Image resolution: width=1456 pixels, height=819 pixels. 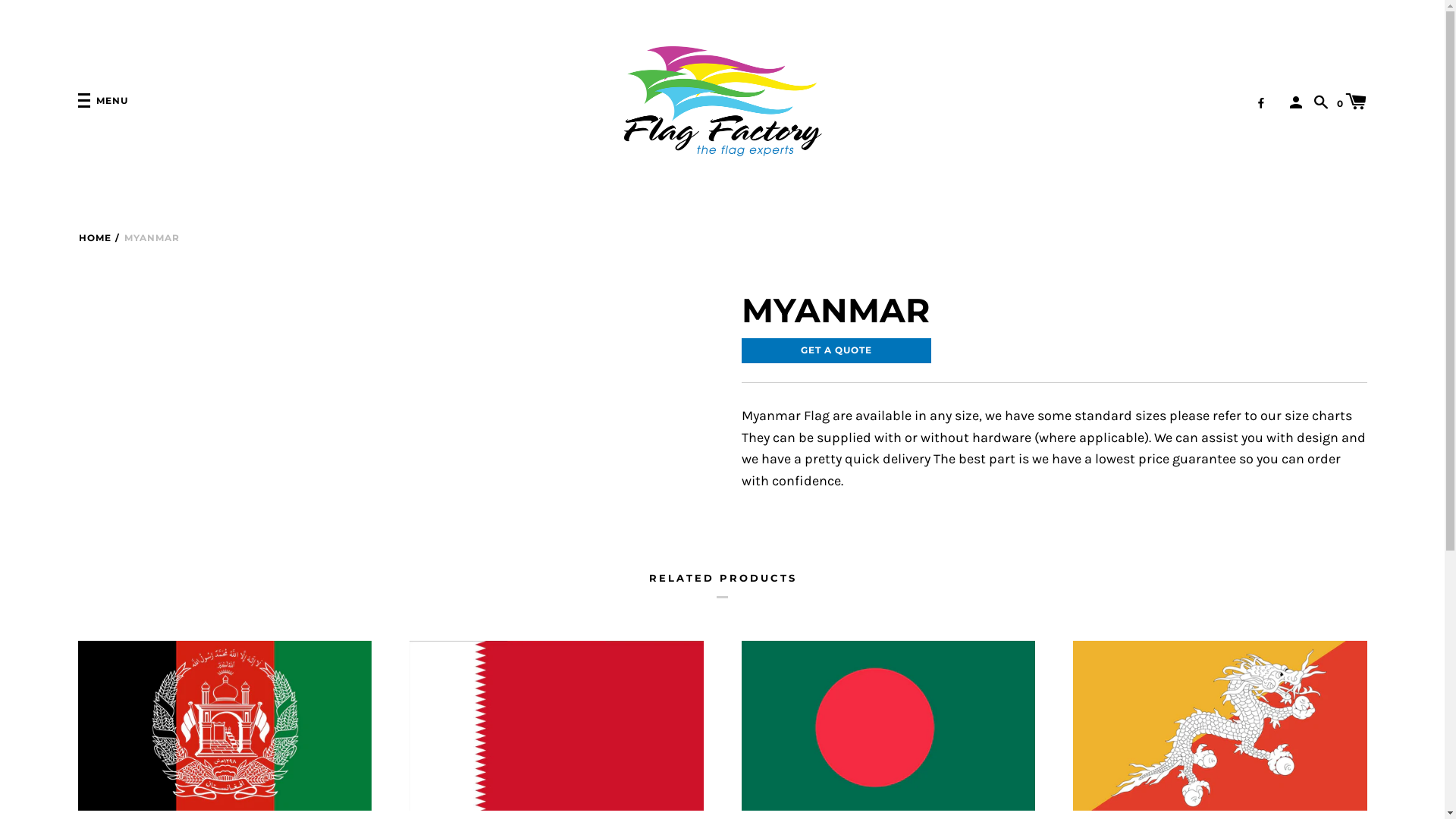 What do you see at coordinates (742, 350) in the screenshot?
I see `'GET A QUOTE'` at bounding box center [742, 350].